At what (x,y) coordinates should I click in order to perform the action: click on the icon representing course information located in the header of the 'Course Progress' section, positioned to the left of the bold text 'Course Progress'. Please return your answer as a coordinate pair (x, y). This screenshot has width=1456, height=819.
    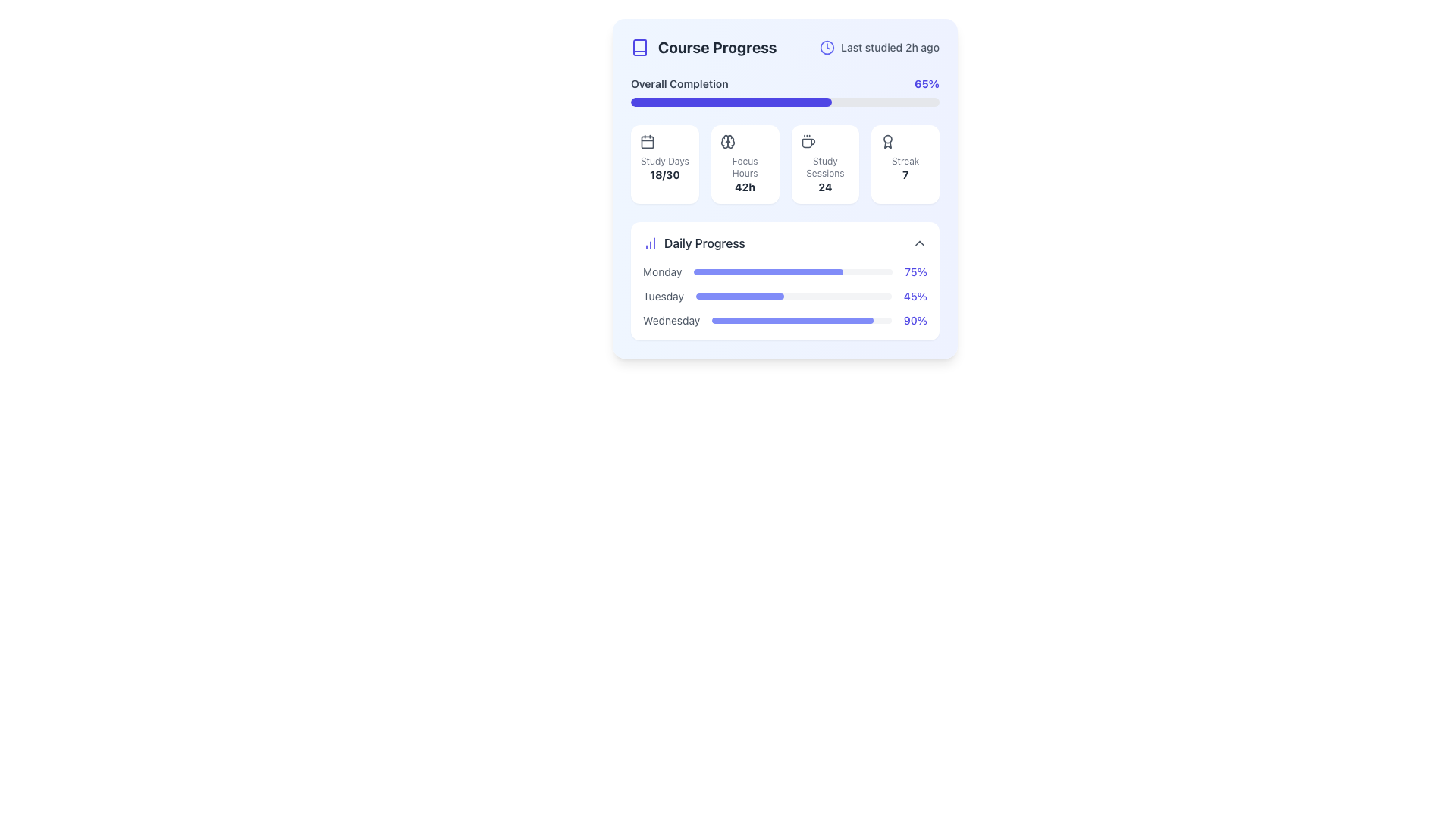
    Looking at the image, I should click on (640, 46).